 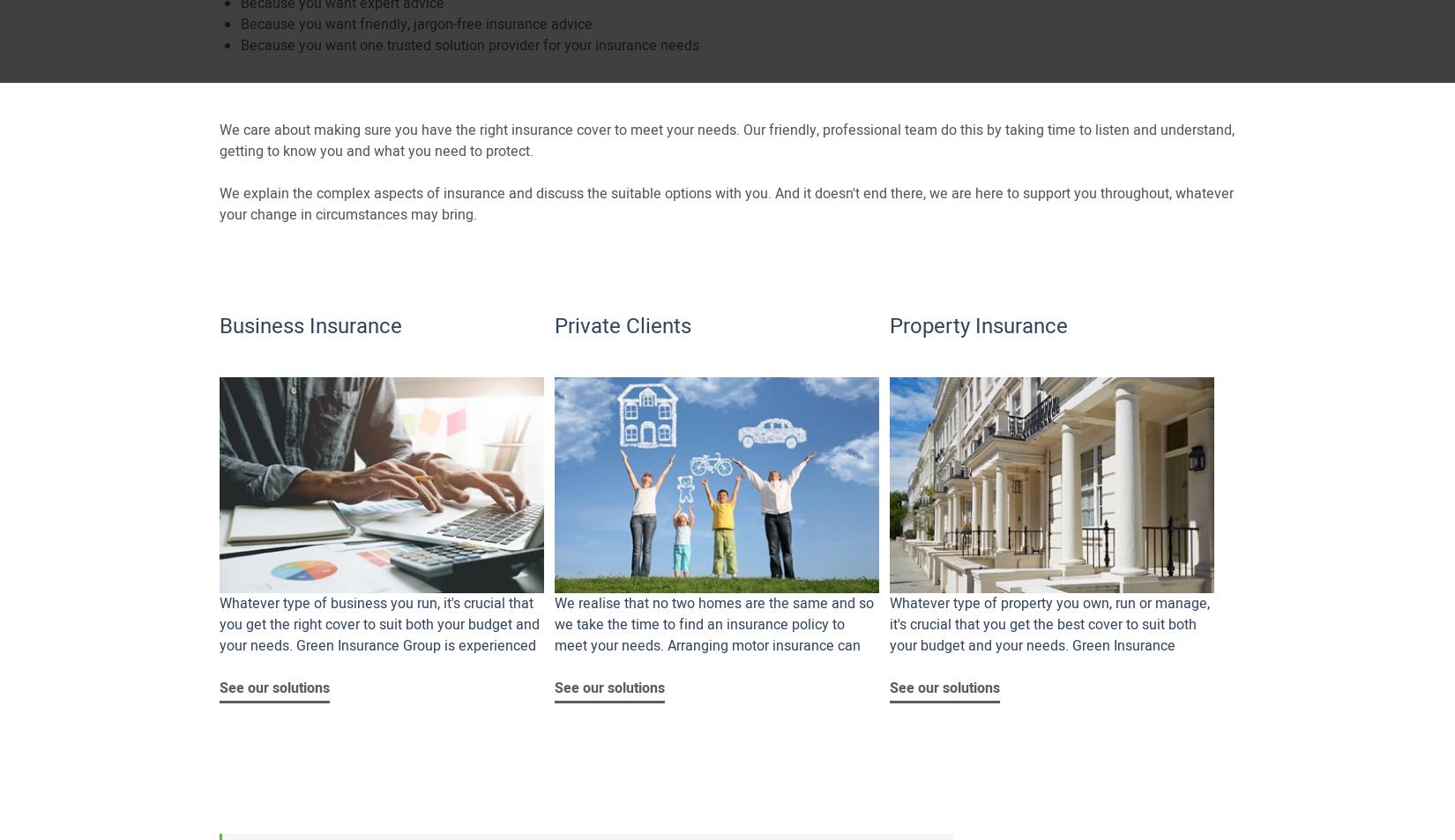 What do you see at coordinates (241, 45) in the screenshot?
I see `'Because you want one trusted solution provider for your insurance needs'` at bounding box center [241, 45].